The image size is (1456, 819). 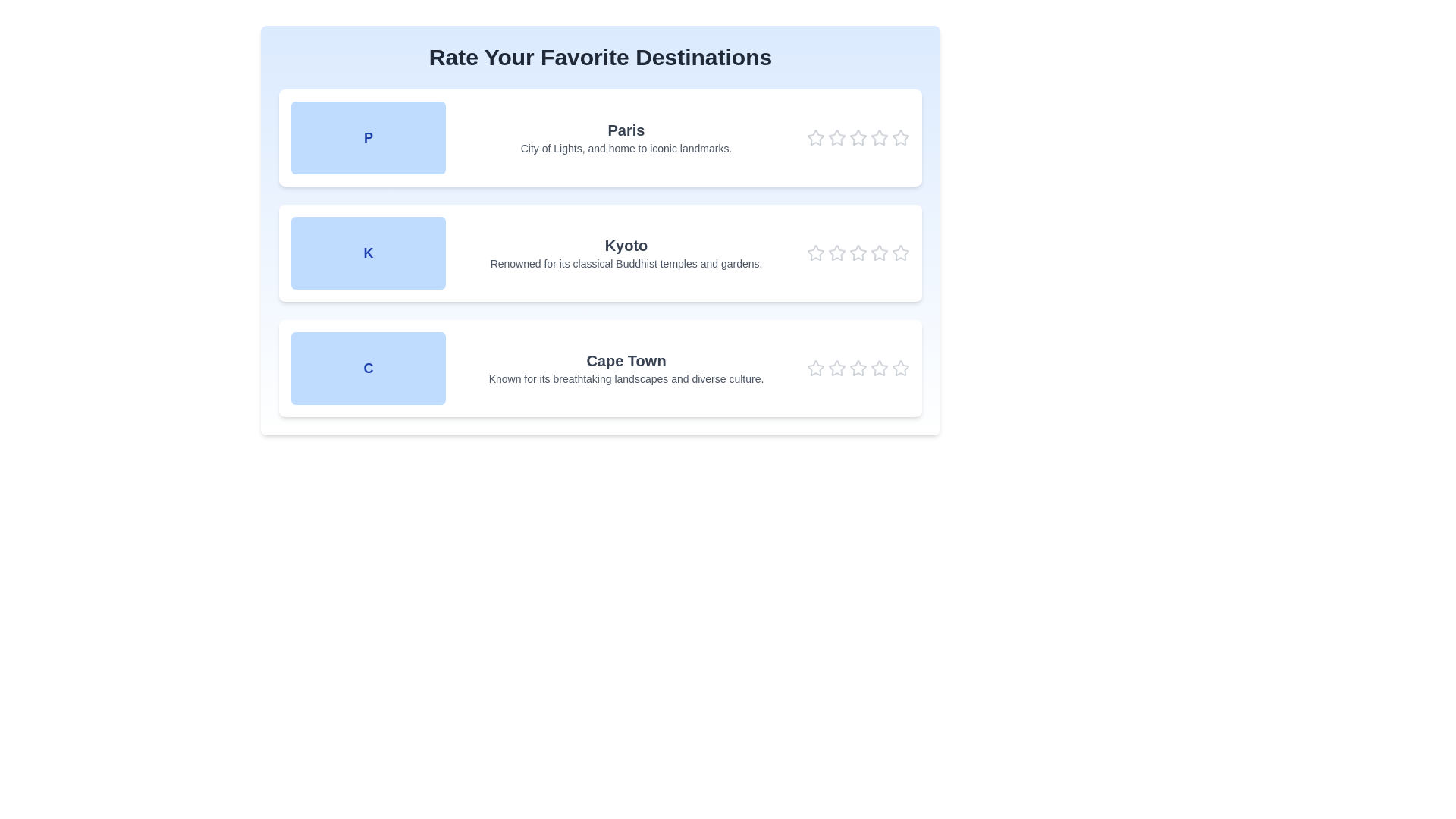 What do you see at coordinates (880, 252) in the screenshot?
I see `the fourth star icon in the rating system for the Kyoto entry, located between the Paris and Cape Town sections` at bounding box center [880, 252].